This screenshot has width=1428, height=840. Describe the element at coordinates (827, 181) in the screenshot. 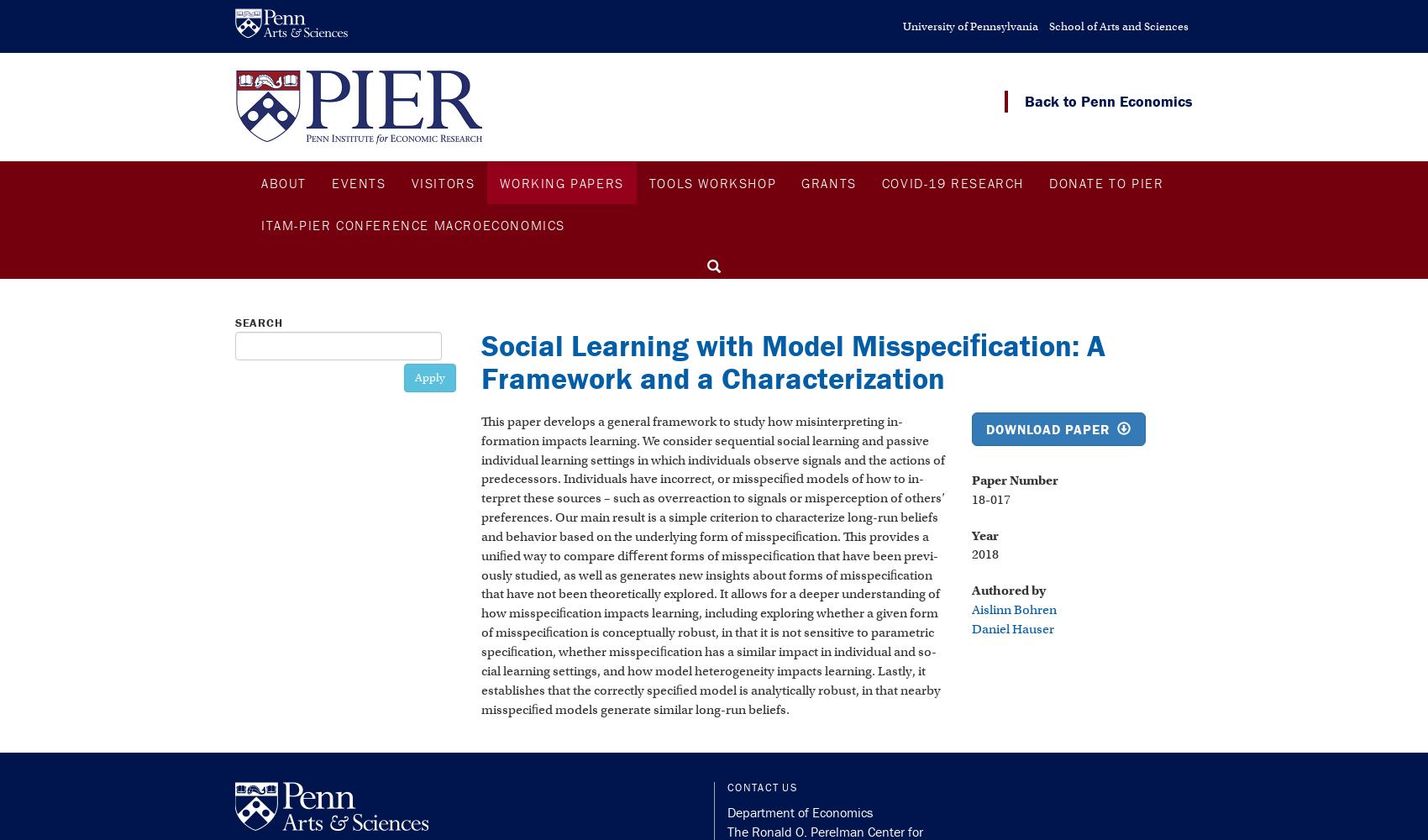

I see `'Grants'` at that location.